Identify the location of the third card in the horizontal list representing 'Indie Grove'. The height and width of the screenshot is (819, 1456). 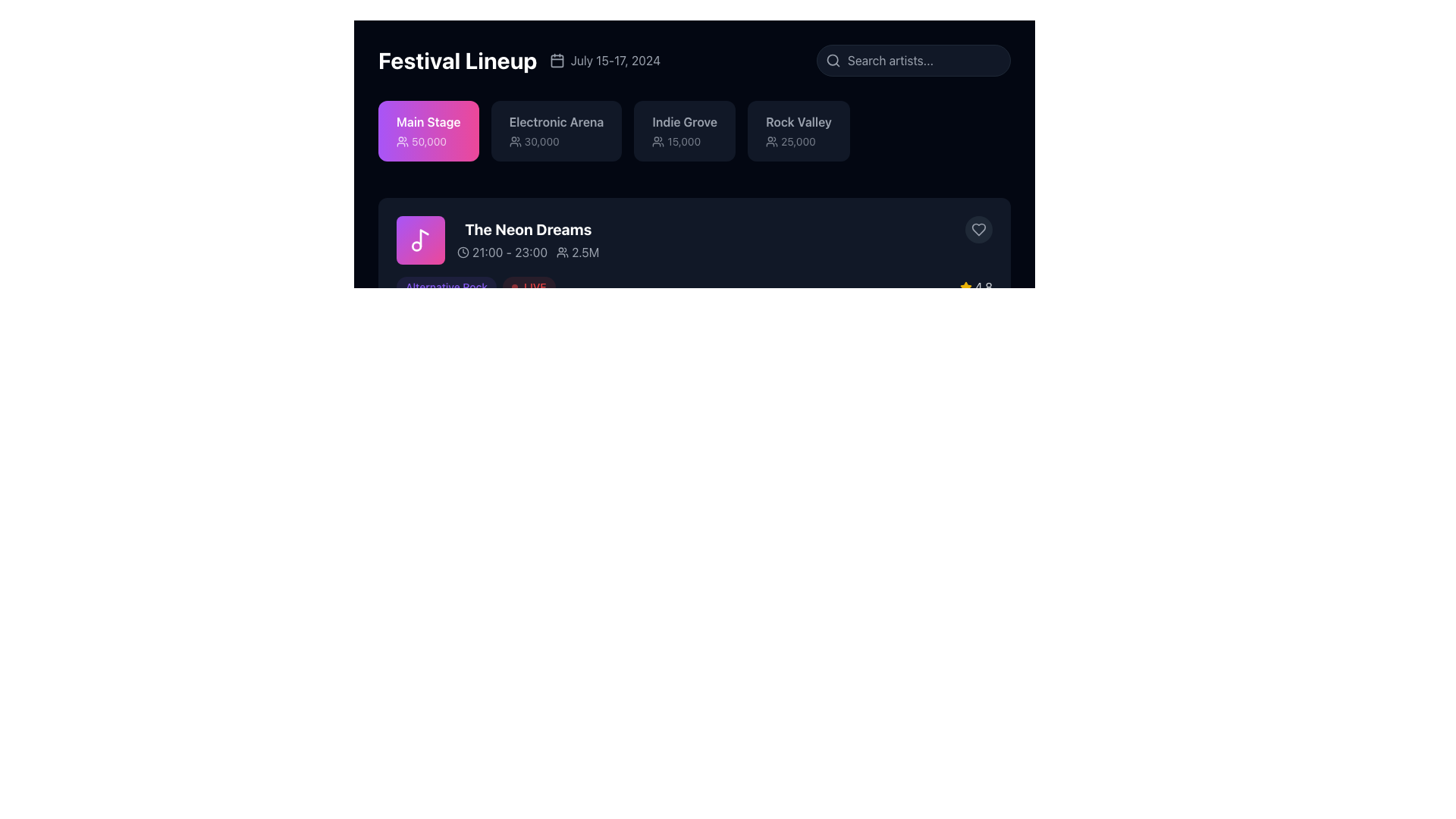
(683, 130).